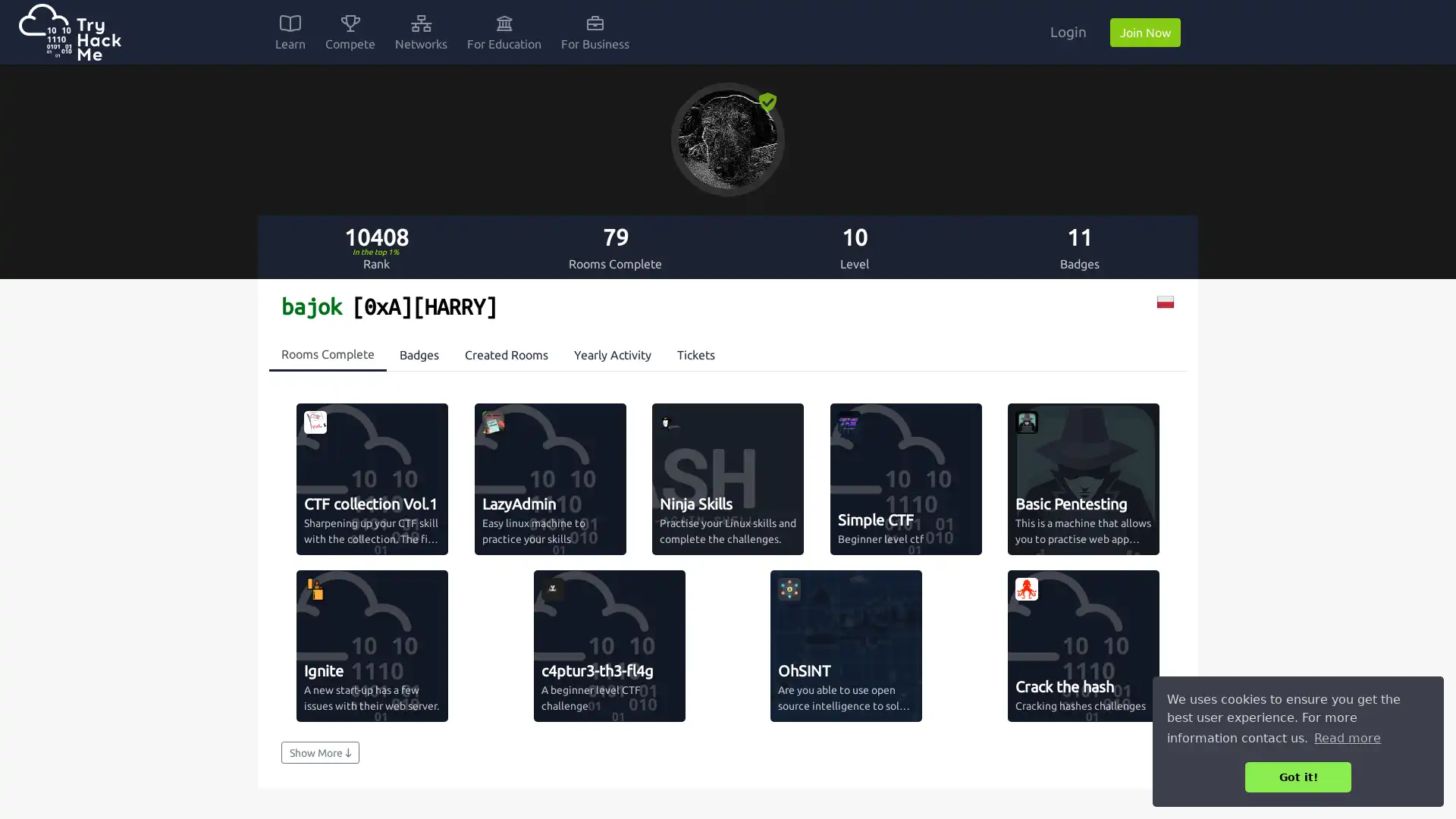 The width and height of the screenshot is (1456, 819). What do you see at coordinates (1145, 32) in the screenshot?
I see `Join Now` at bounding box center [1145, 32].